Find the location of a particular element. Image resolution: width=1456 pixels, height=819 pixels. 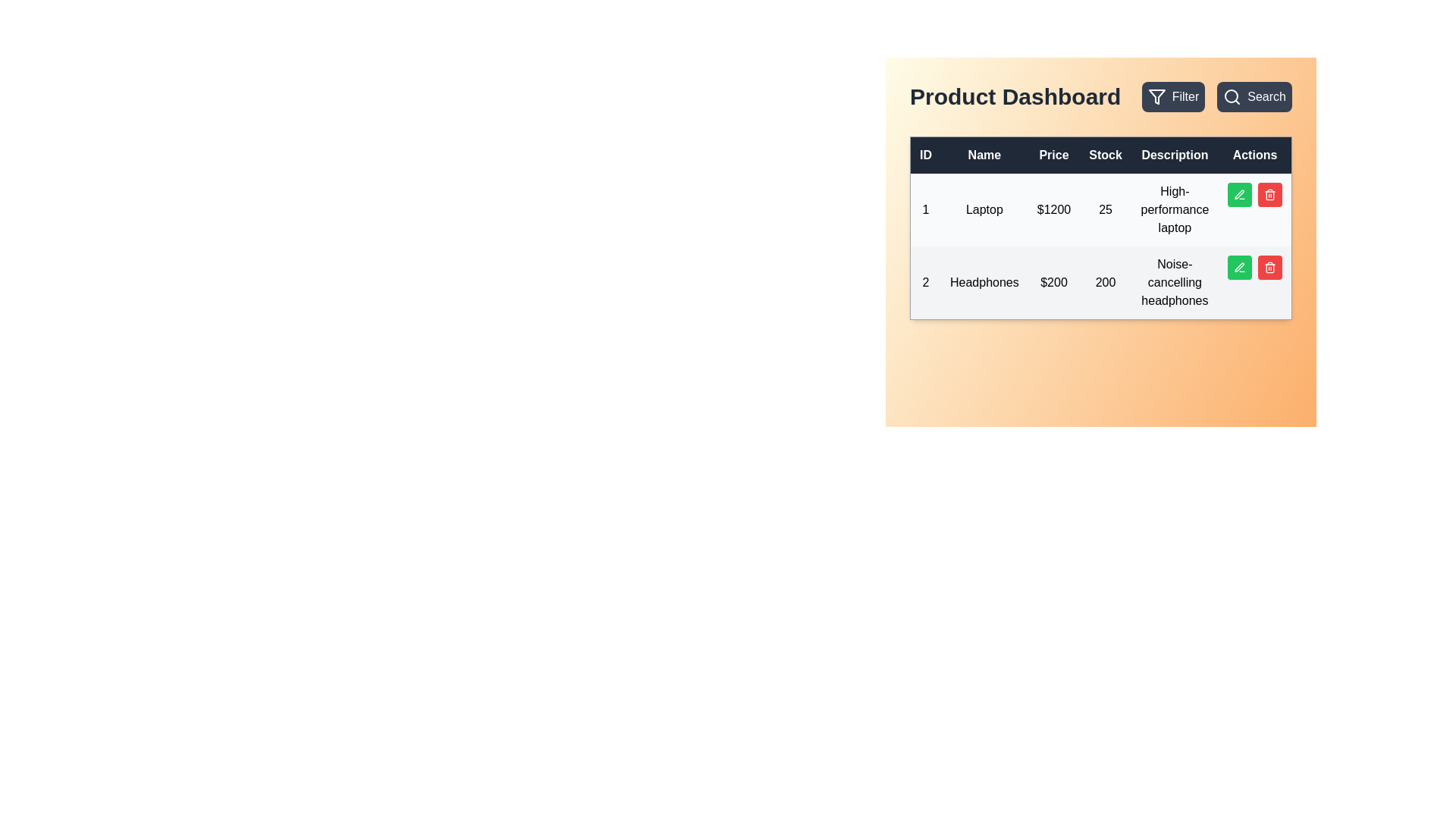

the red button with a white trash bin icon located on the rightmost side of the action buttons row for the second item in the data table is located at coordinates (1270, 267).